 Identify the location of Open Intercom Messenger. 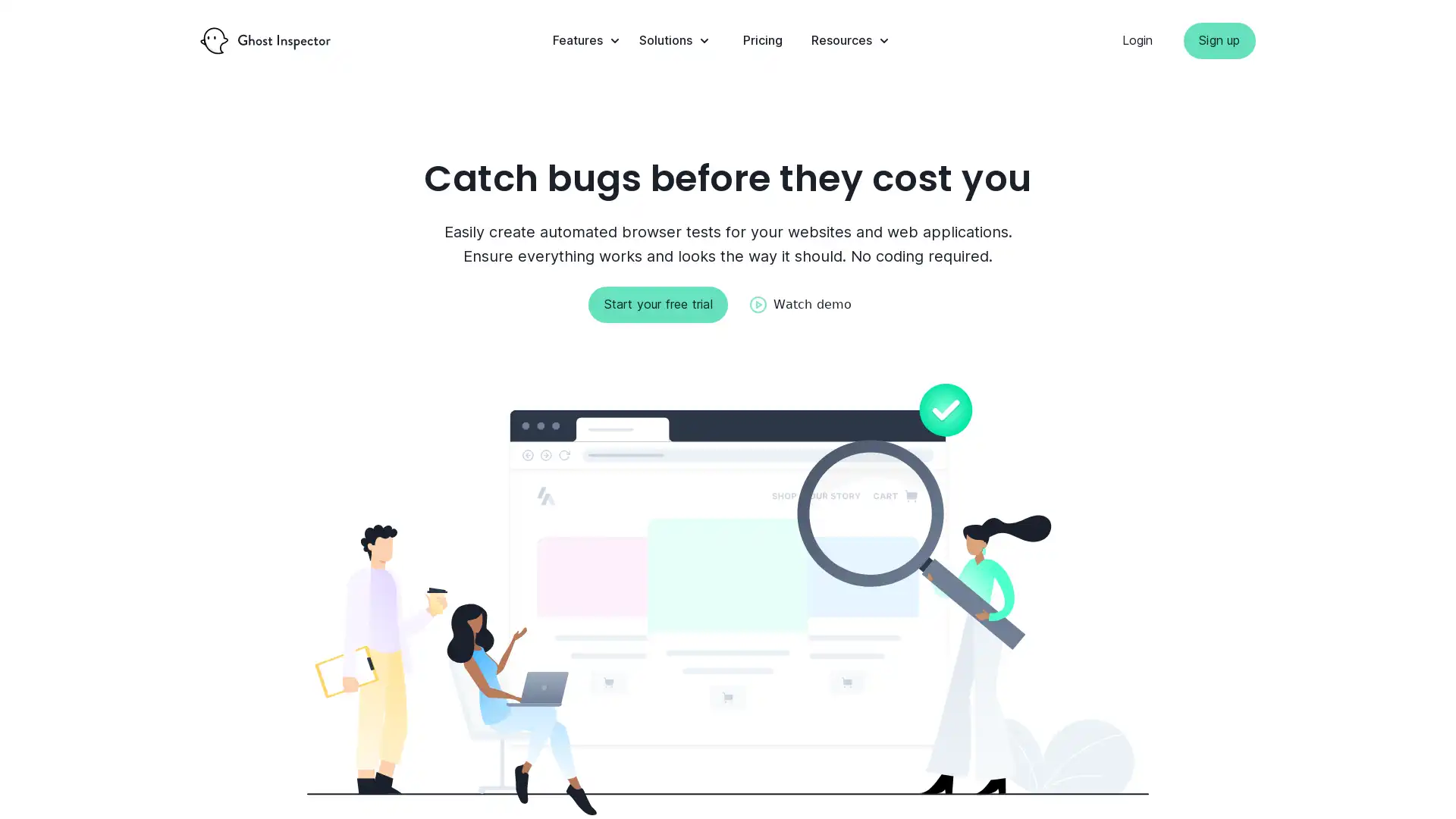
(1417, 780).